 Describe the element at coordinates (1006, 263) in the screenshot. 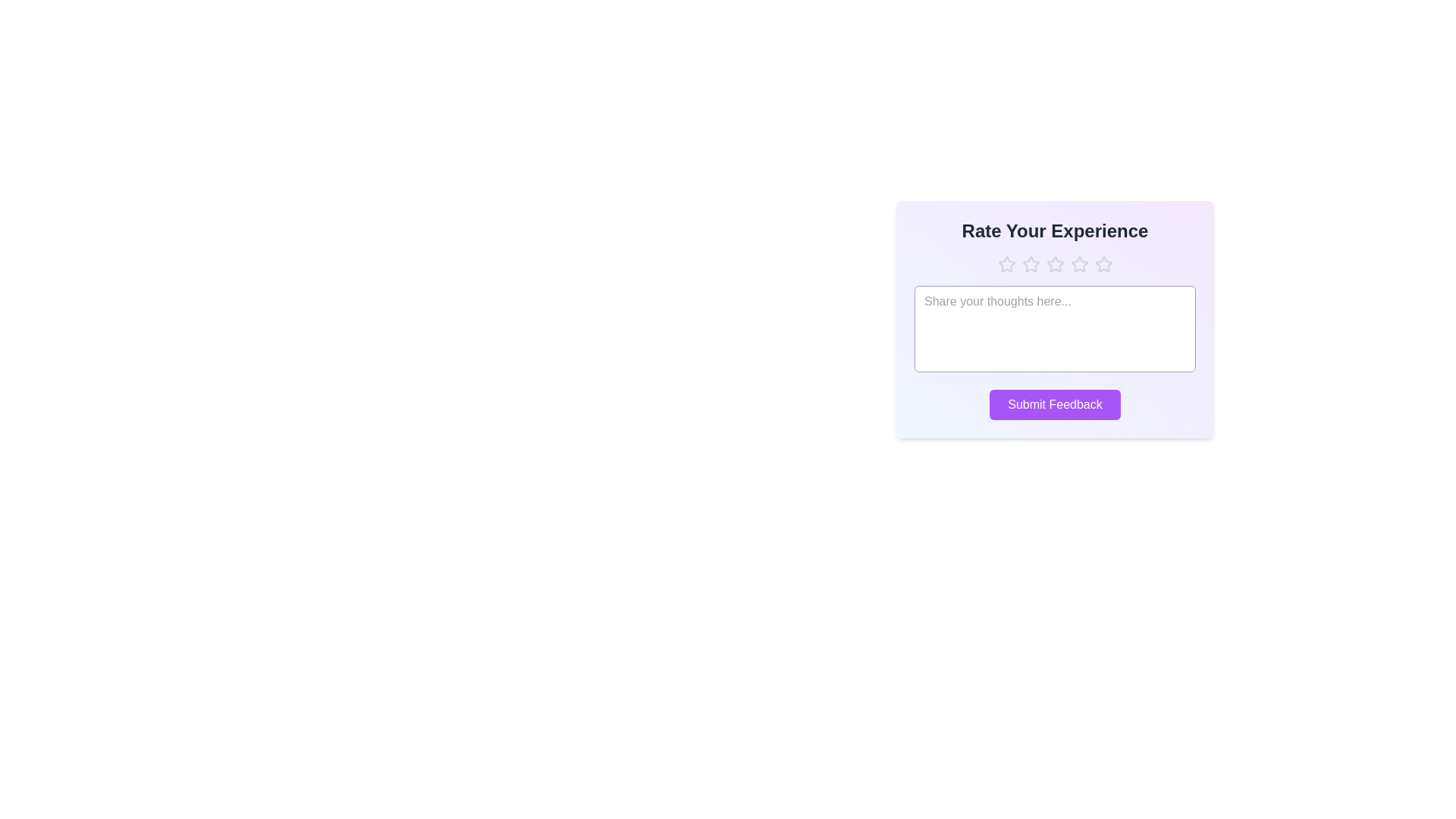

I see `the star corresponding to the desired rating 1` at that location.